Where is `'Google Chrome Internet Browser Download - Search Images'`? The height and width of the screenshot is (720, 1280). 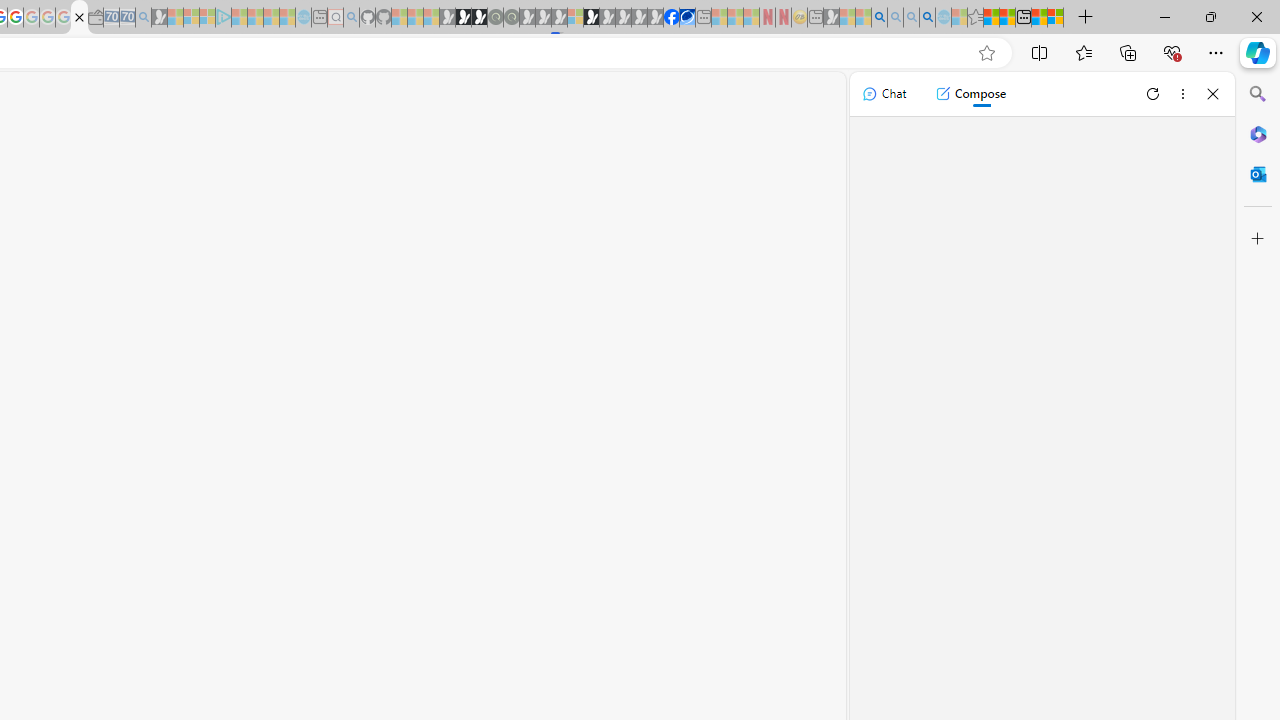 'Google Chrome Internet Browser Download - Search Images' is located at coordinates (927, 17).